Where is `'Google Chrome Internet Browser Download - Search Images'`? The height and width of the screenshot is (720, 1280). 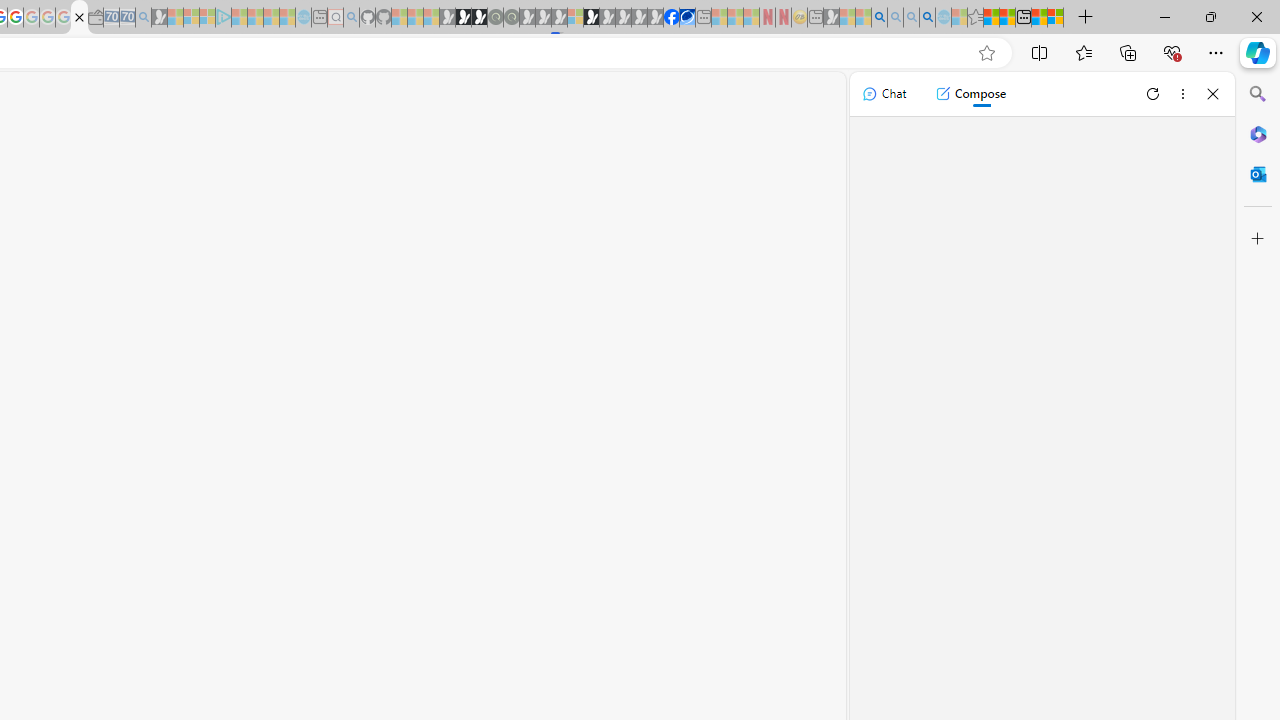 'Google Chrome Internet Browser Download - Search Images' is located at coordinates (927, 17).